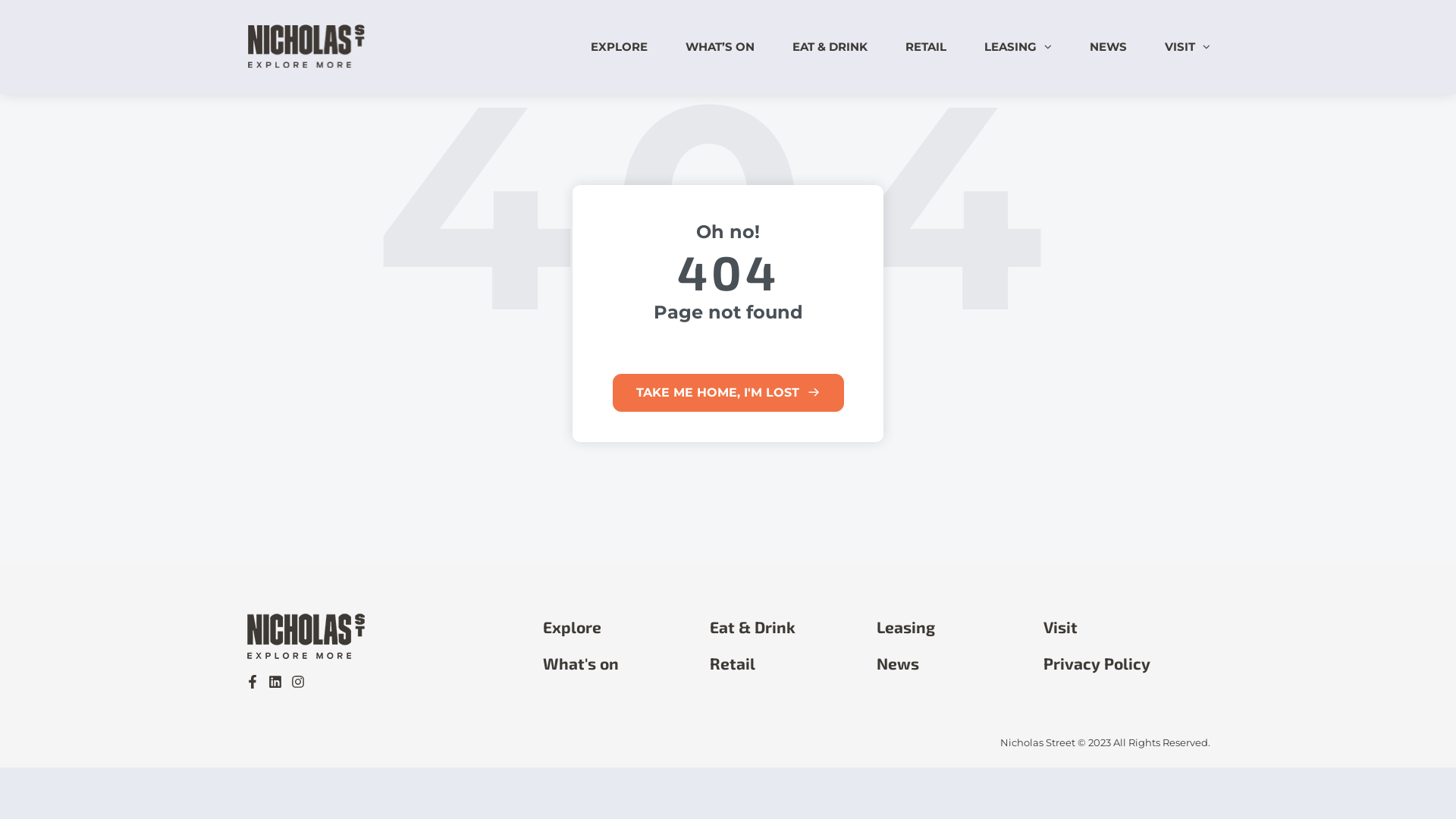  What do you see at coordinates (1108, 45) in the screenshot?
I see `'NEWS'` at bounding box center [1108, 45].